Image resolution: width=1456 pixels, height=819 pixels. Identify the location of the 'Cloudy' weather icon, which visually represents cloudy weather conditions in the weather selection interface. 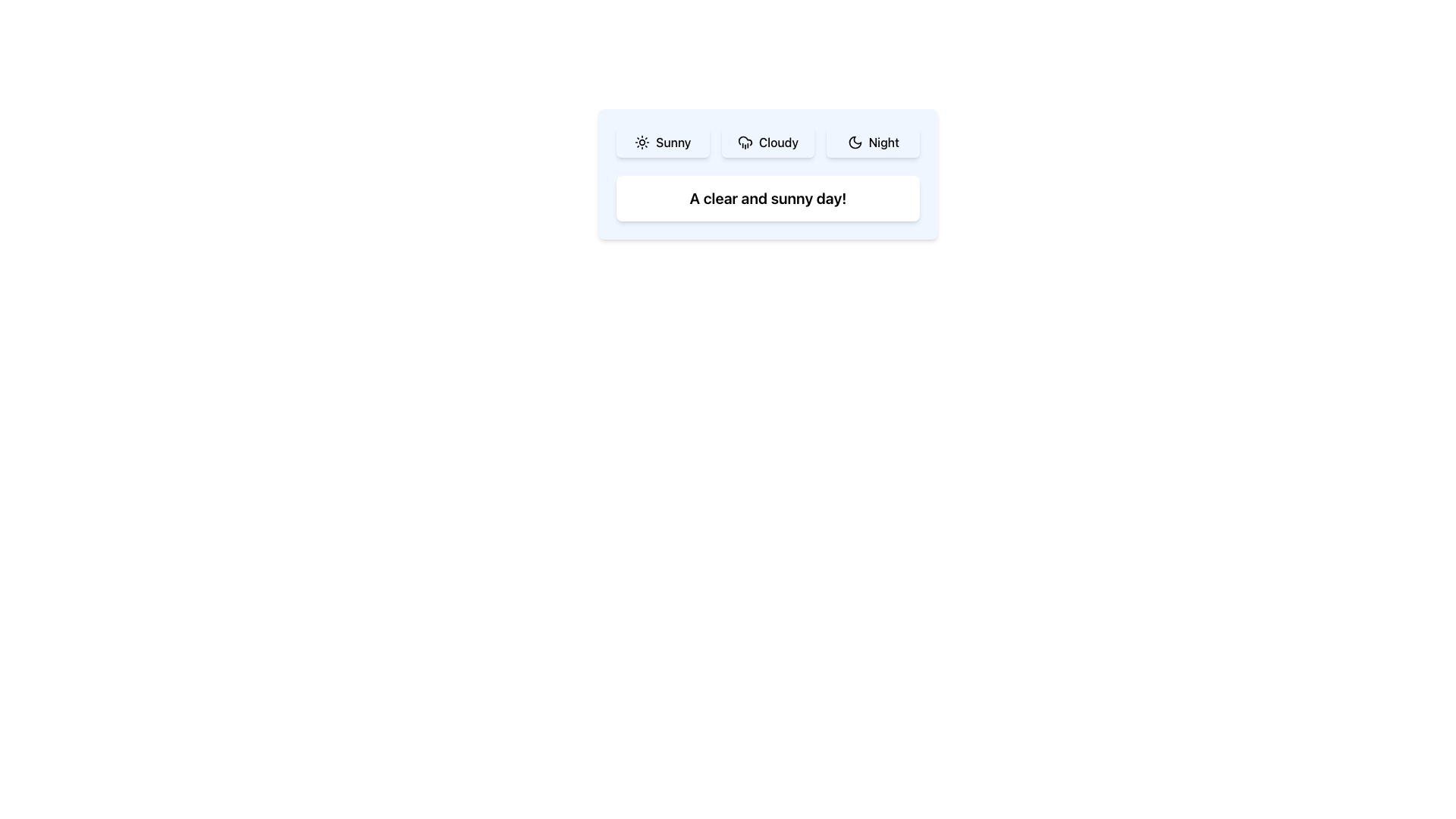
(745, 140).